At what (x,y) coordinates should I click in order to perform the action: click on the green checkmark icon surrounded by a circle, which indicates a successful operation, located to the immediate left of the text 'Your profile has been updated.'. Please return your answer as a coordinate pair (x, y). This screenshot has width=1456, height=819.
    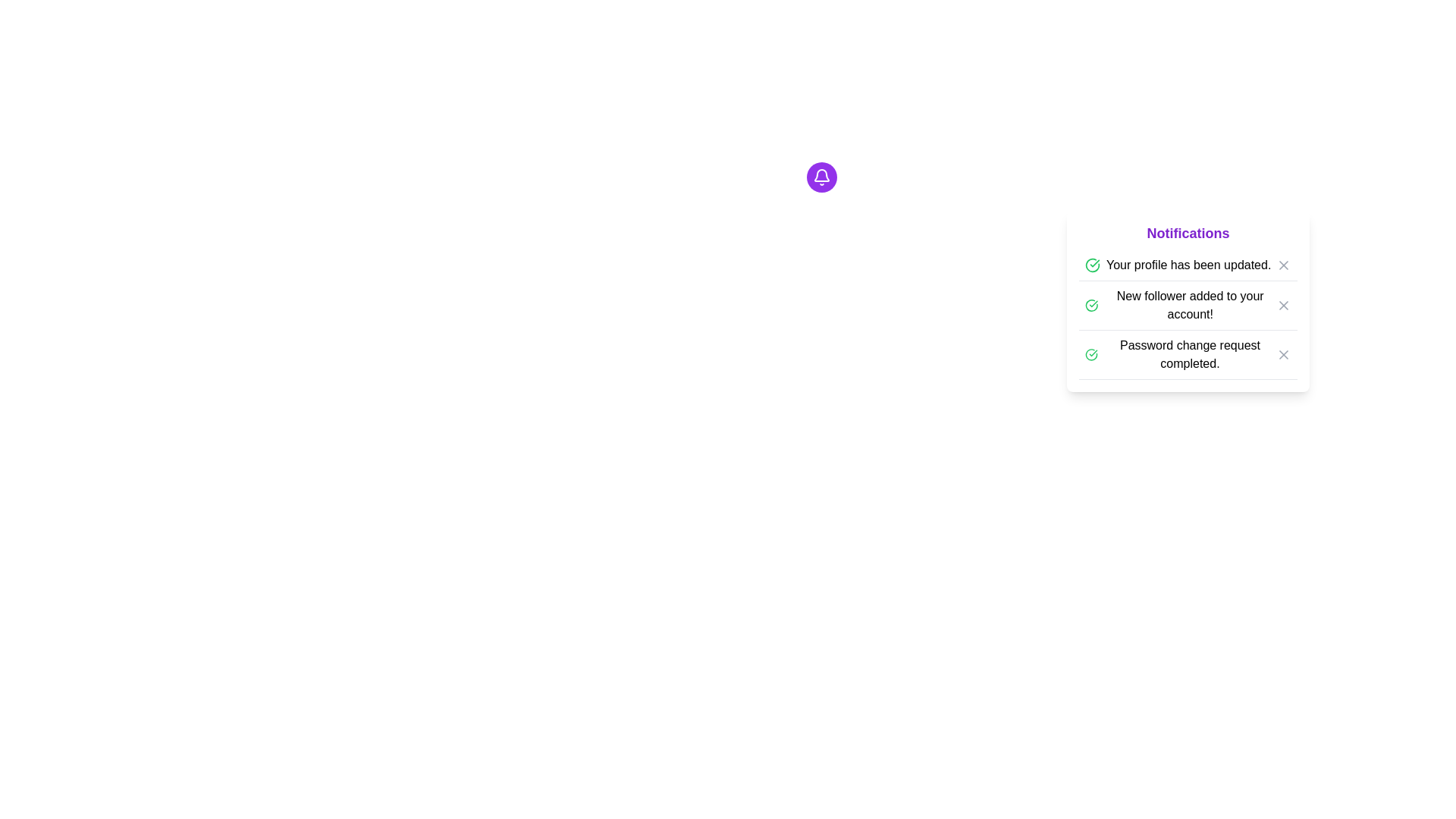
    Looking at the image, I should click on (1092, 265).